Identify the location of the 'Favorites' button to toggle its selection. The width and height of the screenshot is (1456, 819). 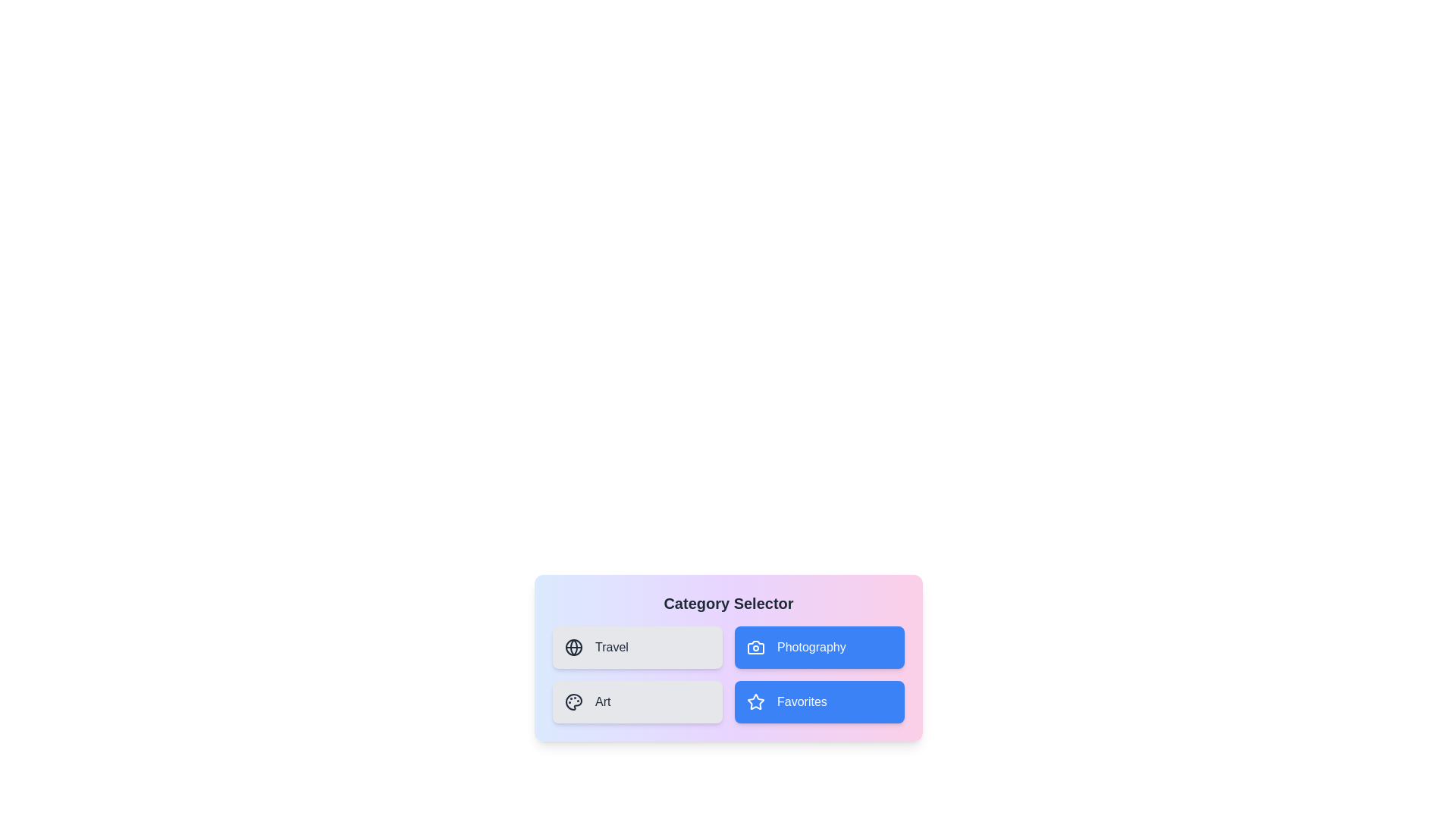
(818, 701).